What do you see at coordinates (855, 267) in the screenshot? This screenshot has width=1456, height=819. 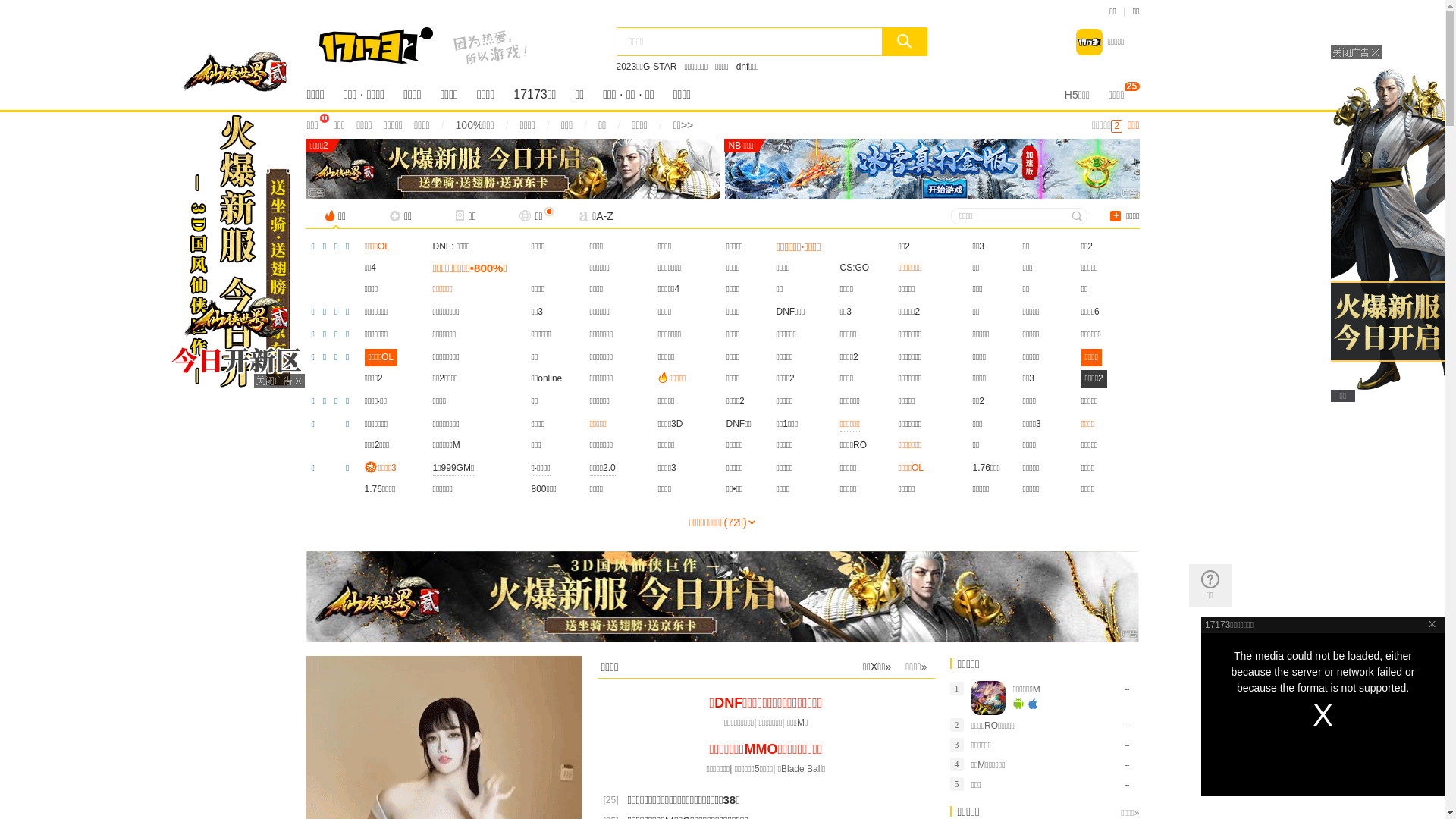 I see `'CS:GO'` at bounding box center [855, 267].